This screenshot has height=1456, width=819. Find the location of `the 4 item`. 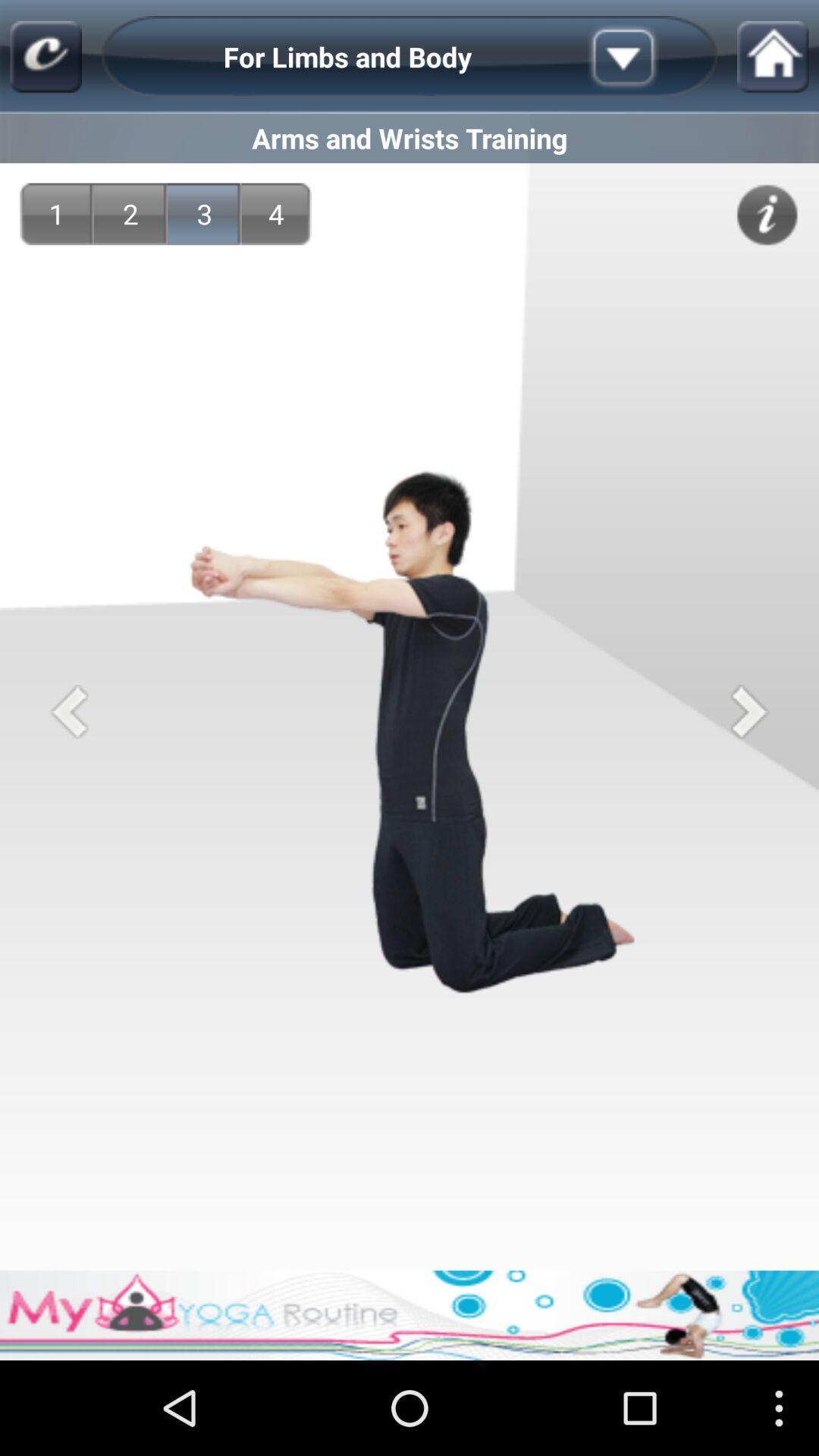

the 4 item is located at coordinates (276, 213).